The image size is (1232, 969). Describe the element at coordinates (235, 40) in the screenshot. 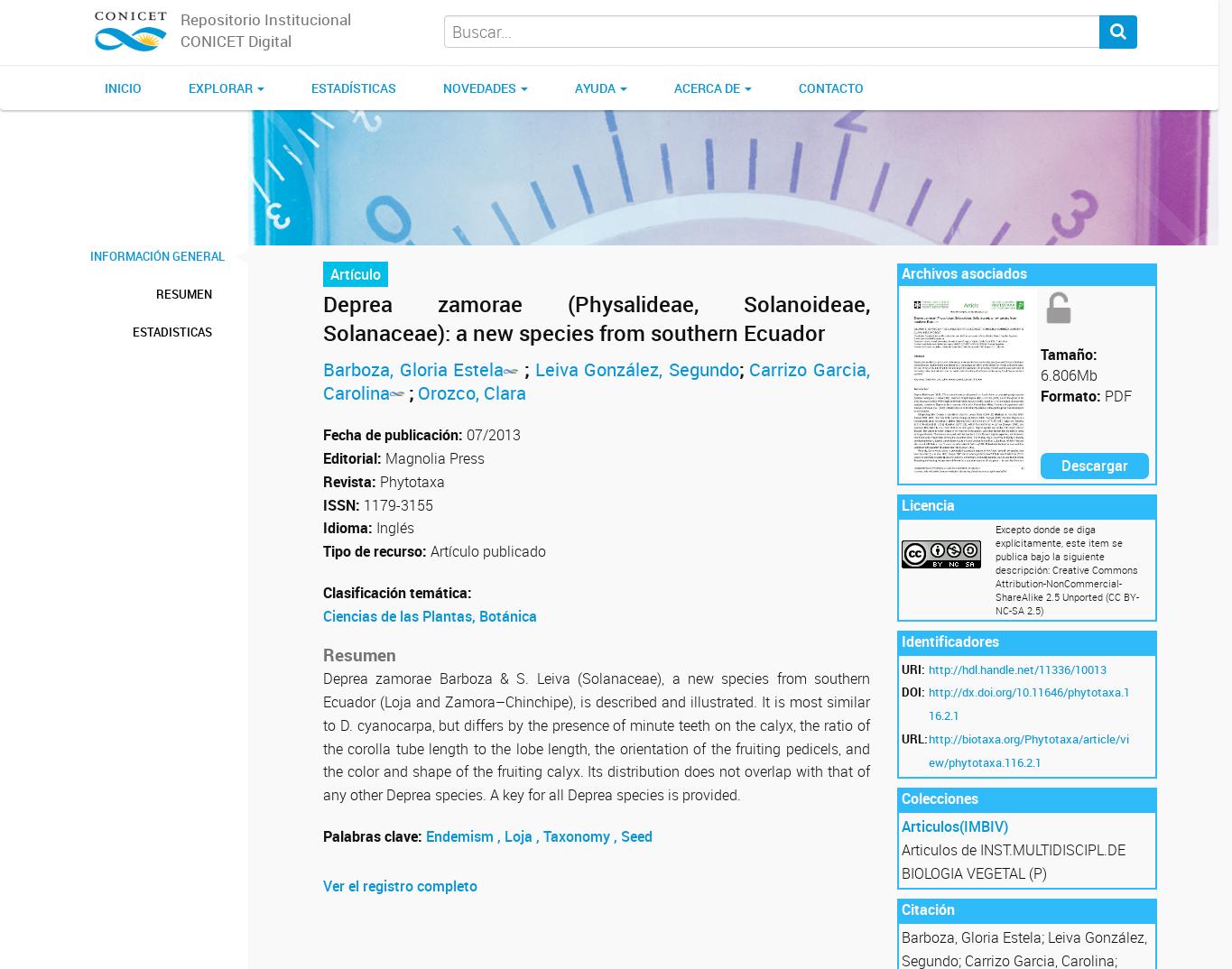

I see `'CONICET Digital'` at that location.